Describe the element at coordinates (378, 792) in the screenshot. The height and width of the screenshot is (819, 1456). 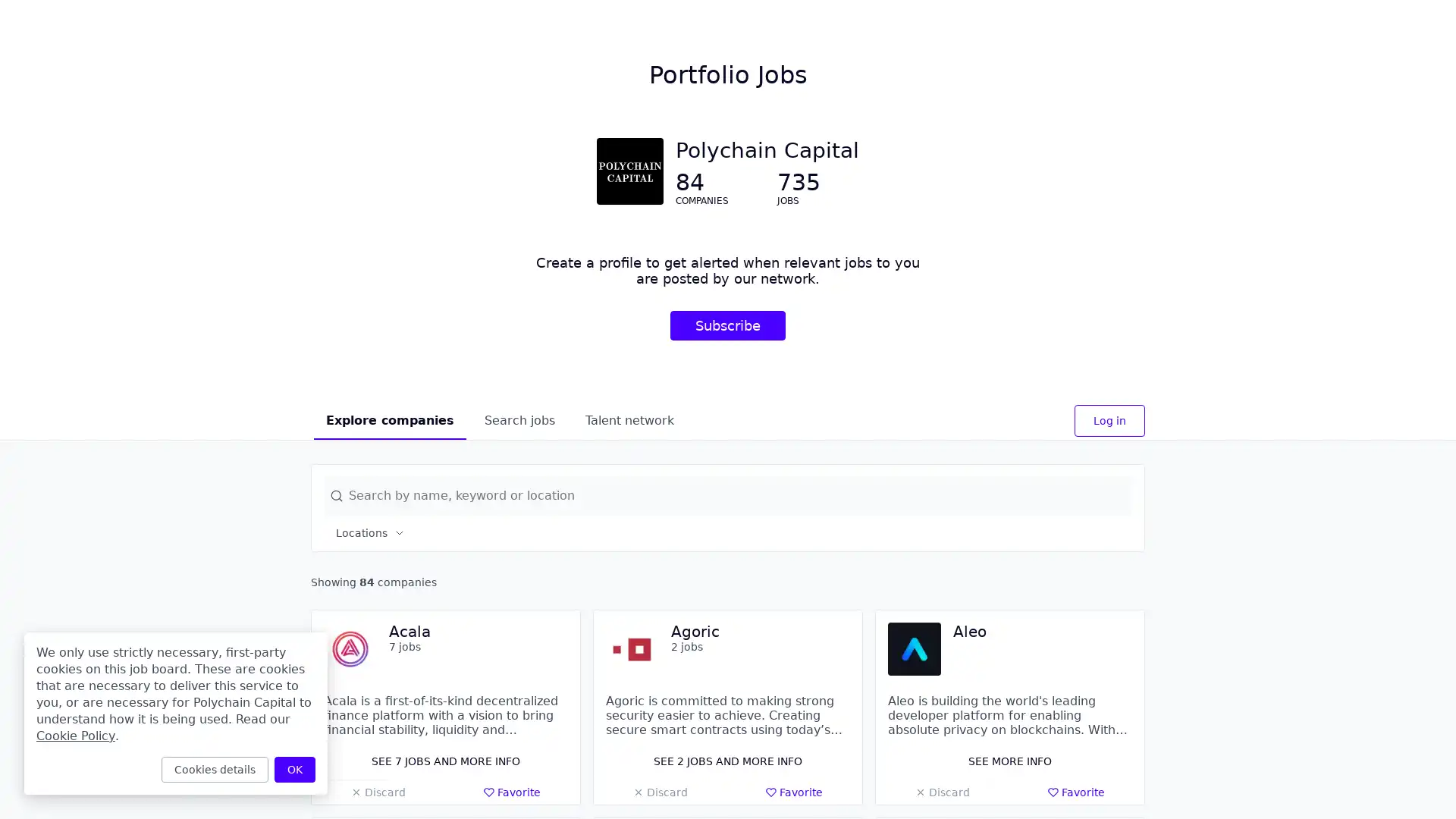
I see `Discard` at that location.